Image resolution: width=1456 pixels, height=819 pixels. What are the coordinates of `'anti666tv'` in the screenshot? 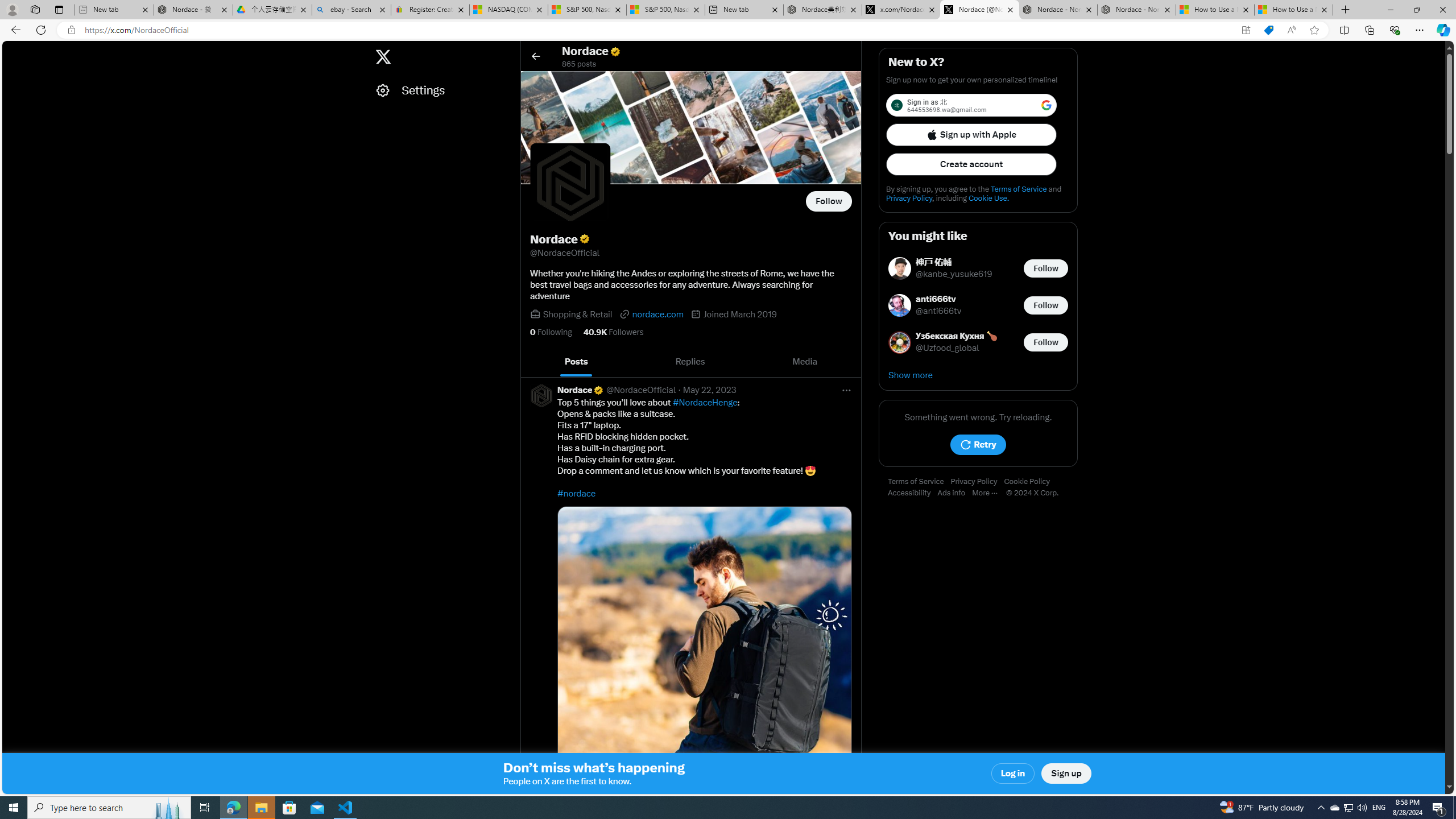 It's located at (938, 299).